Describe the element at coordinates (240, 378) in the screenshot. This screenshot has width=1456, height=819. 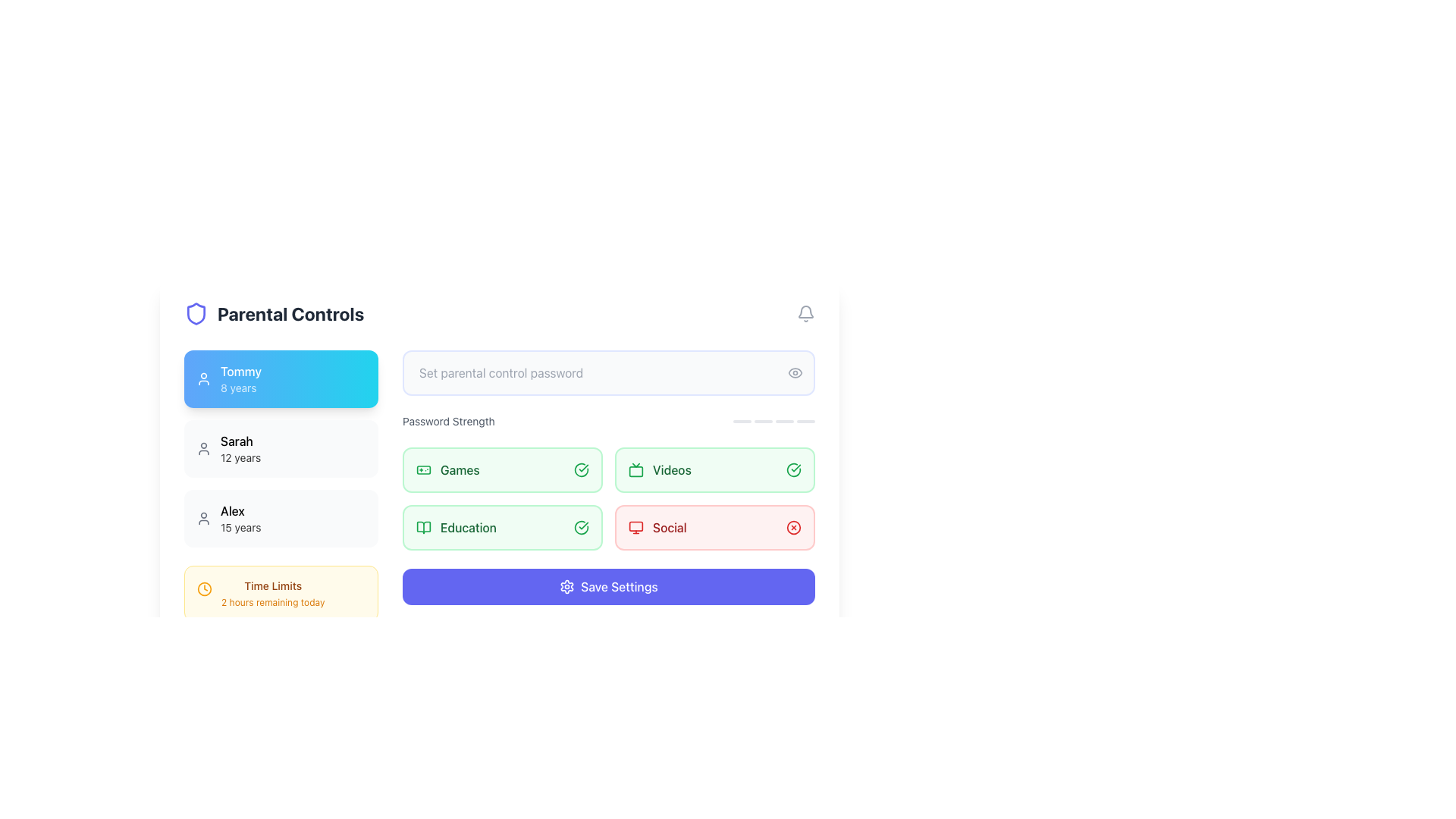
I see `information displayed in the Text label that shows 'Tommy' and '8 years', which is the first item beneath the 'Parental Controls' header` at that location.